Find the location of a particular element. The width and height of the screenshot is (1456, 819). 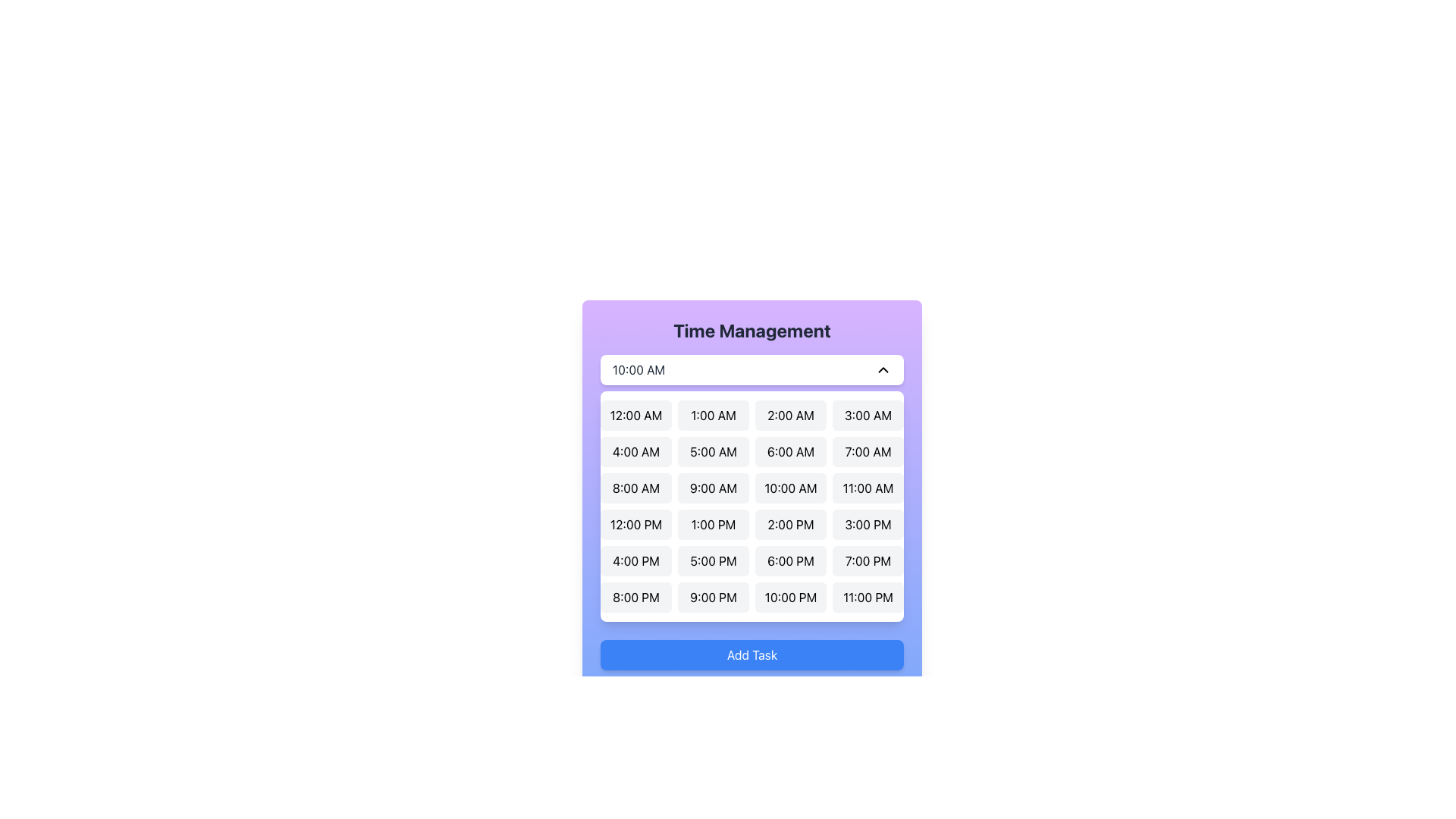

the '6:00 PM' button in the time management grid is located at coordinates (789, 561).